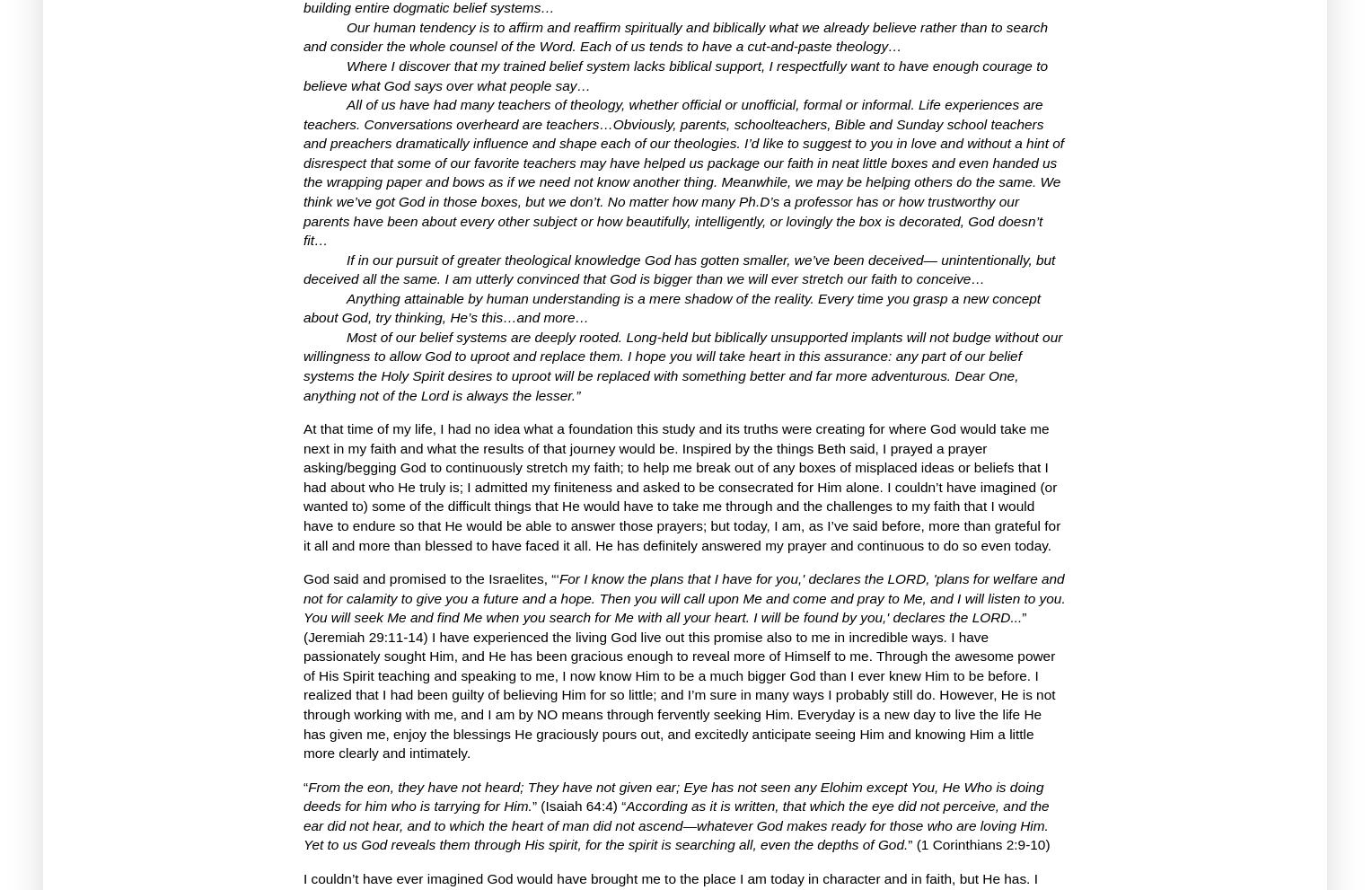 The width and height of the screenshot is (1372, 890). I want to click on 'From the eon, they have not heard; They have not given ear; Eye has not seen any Elohim except You, He Who is doing deeds for him who is tarrying for Him.', so click(672, 796).